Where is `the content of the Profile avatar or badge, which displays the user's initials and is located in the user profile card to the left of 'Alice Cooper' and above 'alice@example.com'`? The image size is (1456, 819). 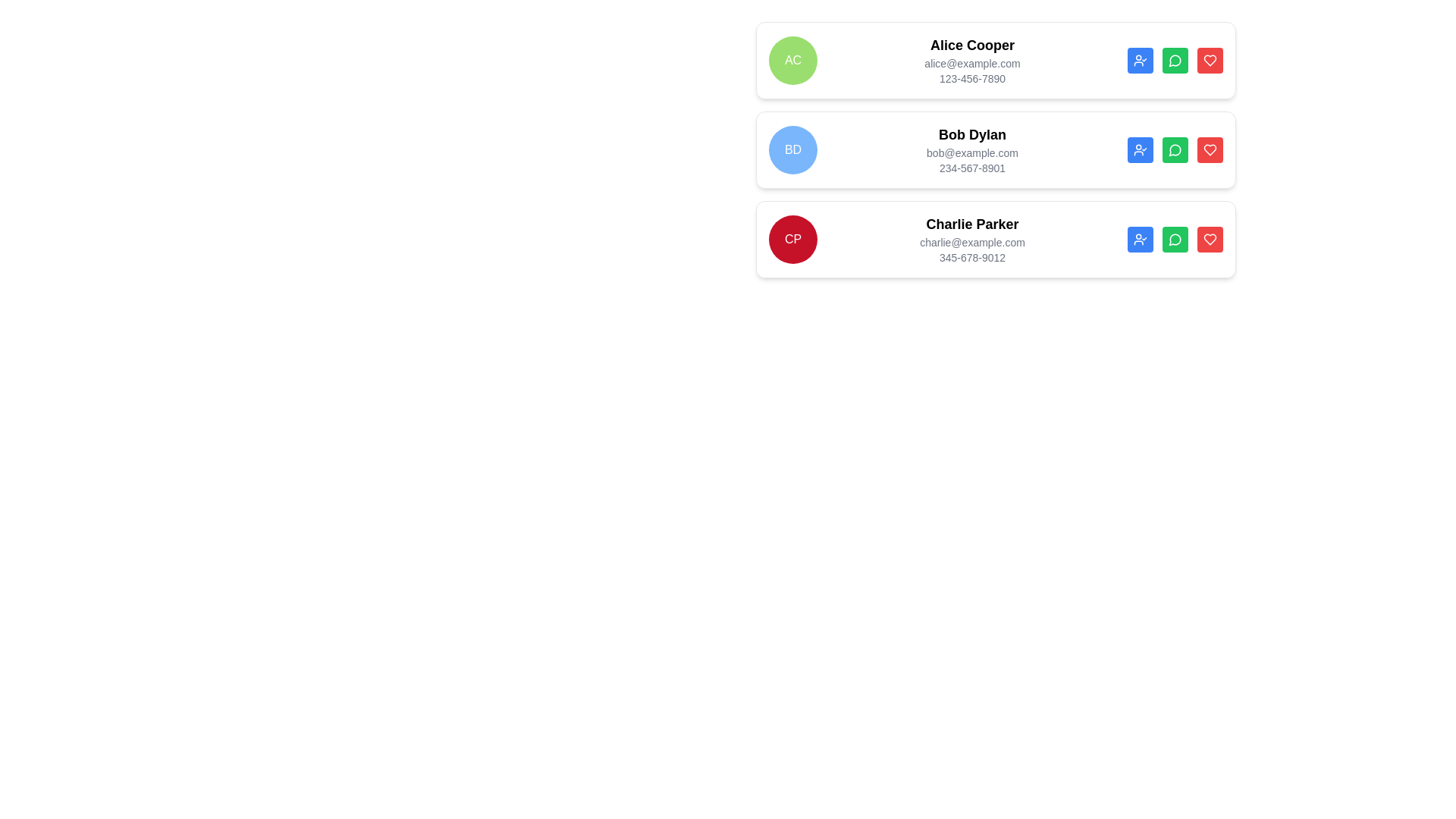
the content of the Profile avatar or badge, which displays the user's initials and is located in the user profile card to the left of 'Alice Cooper' and above 'alice@example.com' is located at coordinates (792, 60).